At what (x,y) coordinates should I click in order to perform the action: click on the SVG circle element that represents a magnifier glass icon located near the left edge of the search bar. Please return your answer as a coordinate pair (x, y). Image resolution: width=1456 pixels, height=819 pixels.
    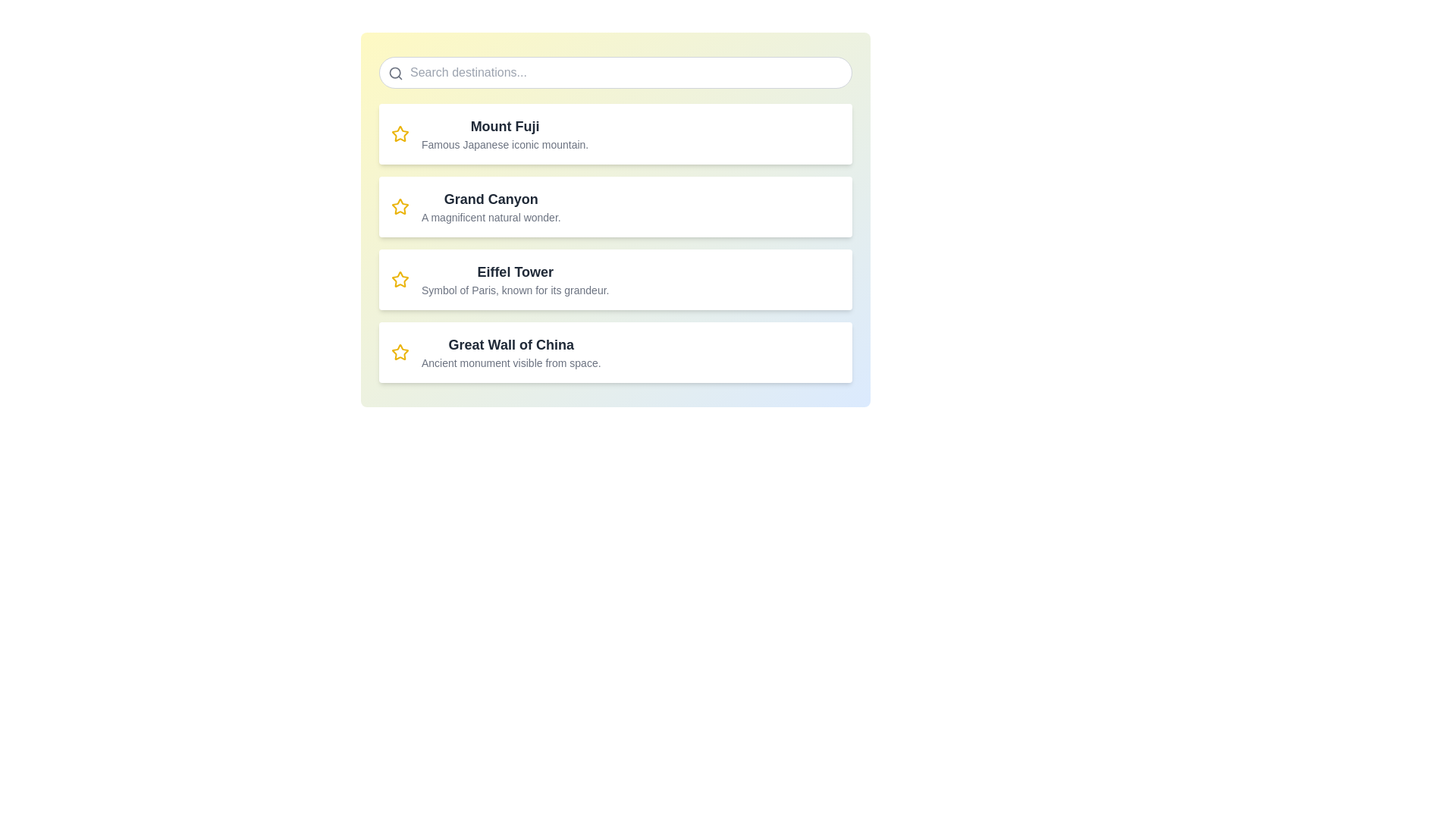
    Looking at the image, I should click on (395, 73).